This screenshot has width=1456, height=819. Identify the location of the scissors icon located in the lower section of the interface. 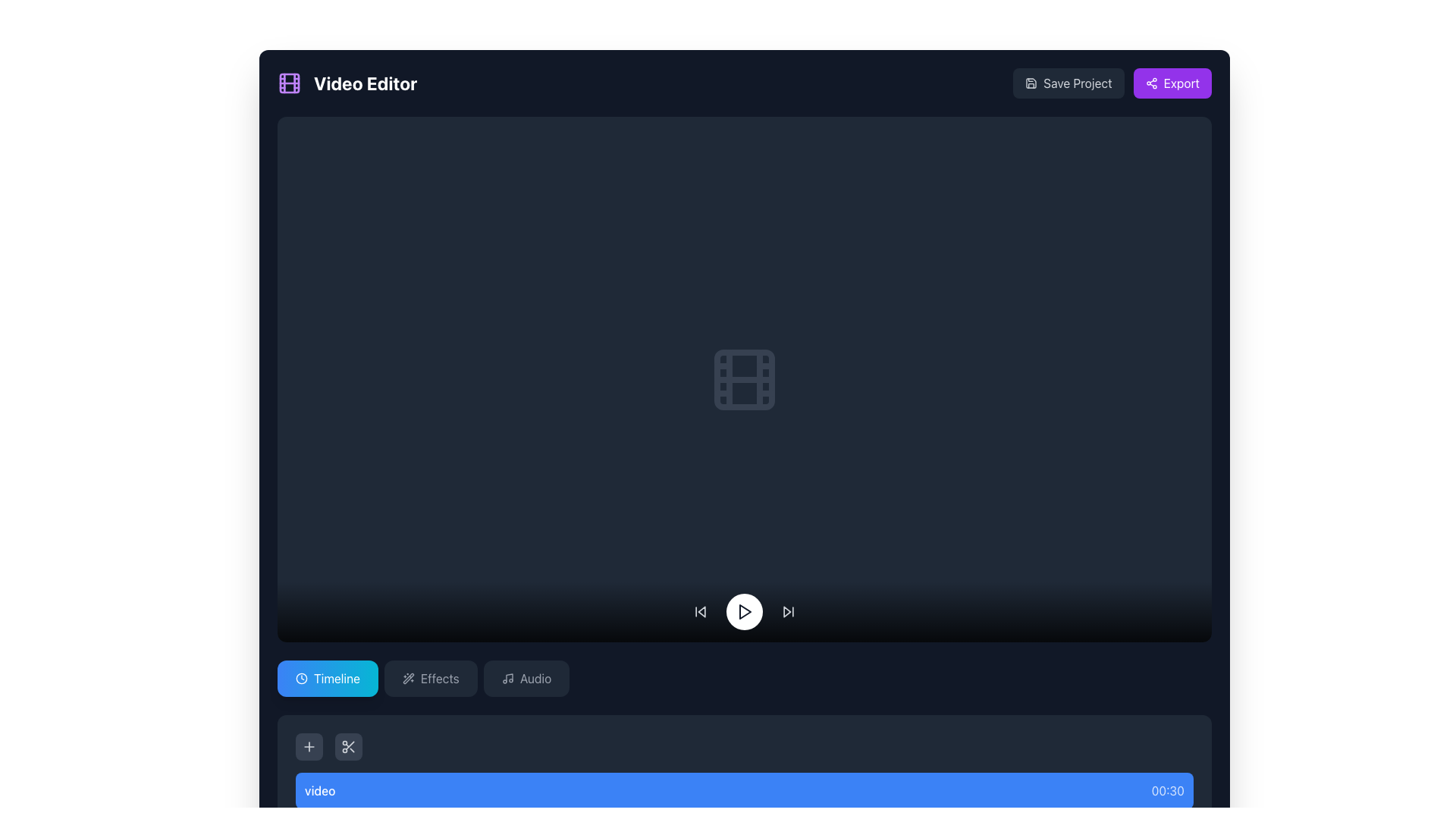
(348, 745).